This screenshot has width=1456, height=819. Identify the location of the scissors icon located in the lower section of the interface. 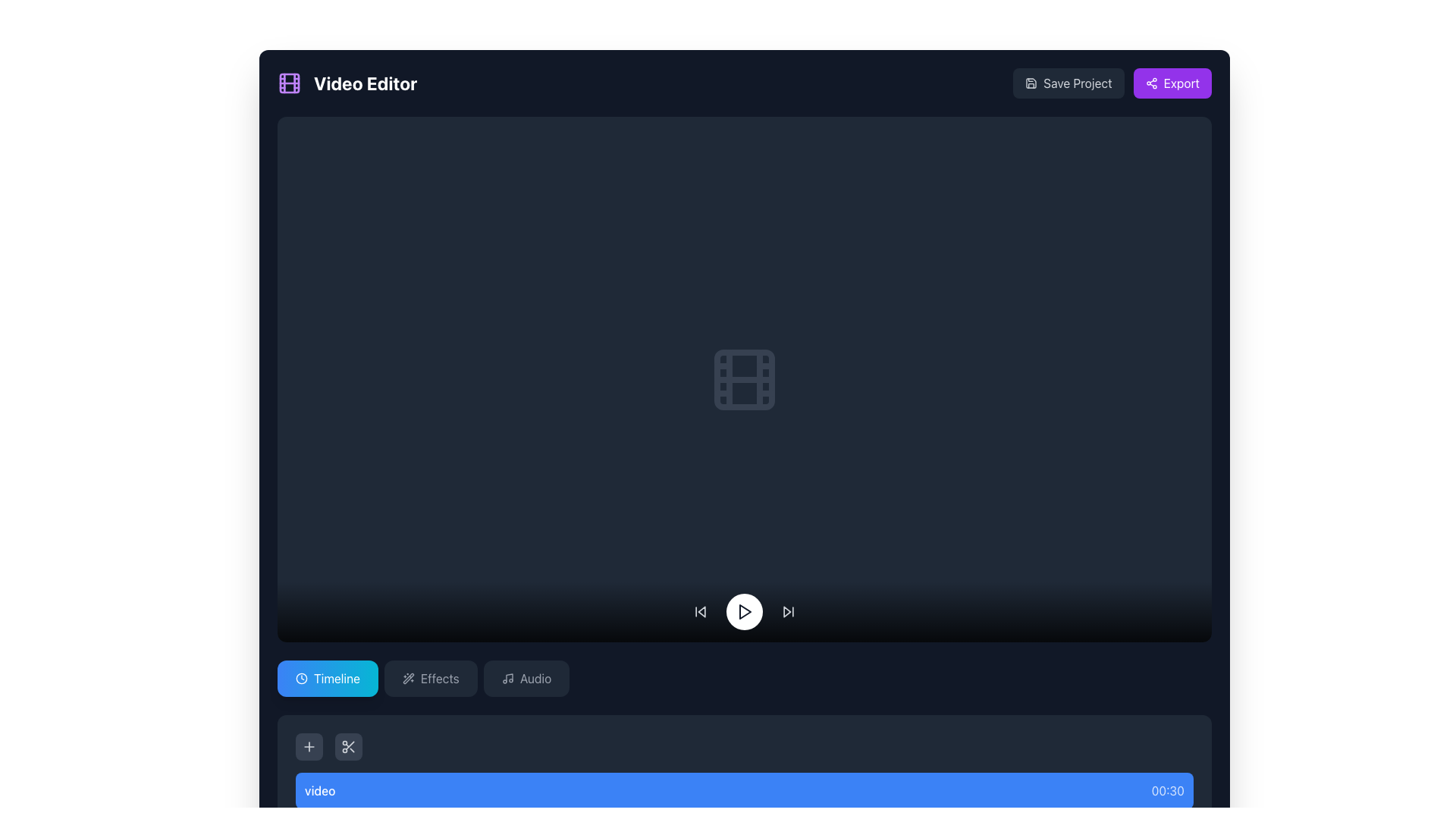
(348, 745).